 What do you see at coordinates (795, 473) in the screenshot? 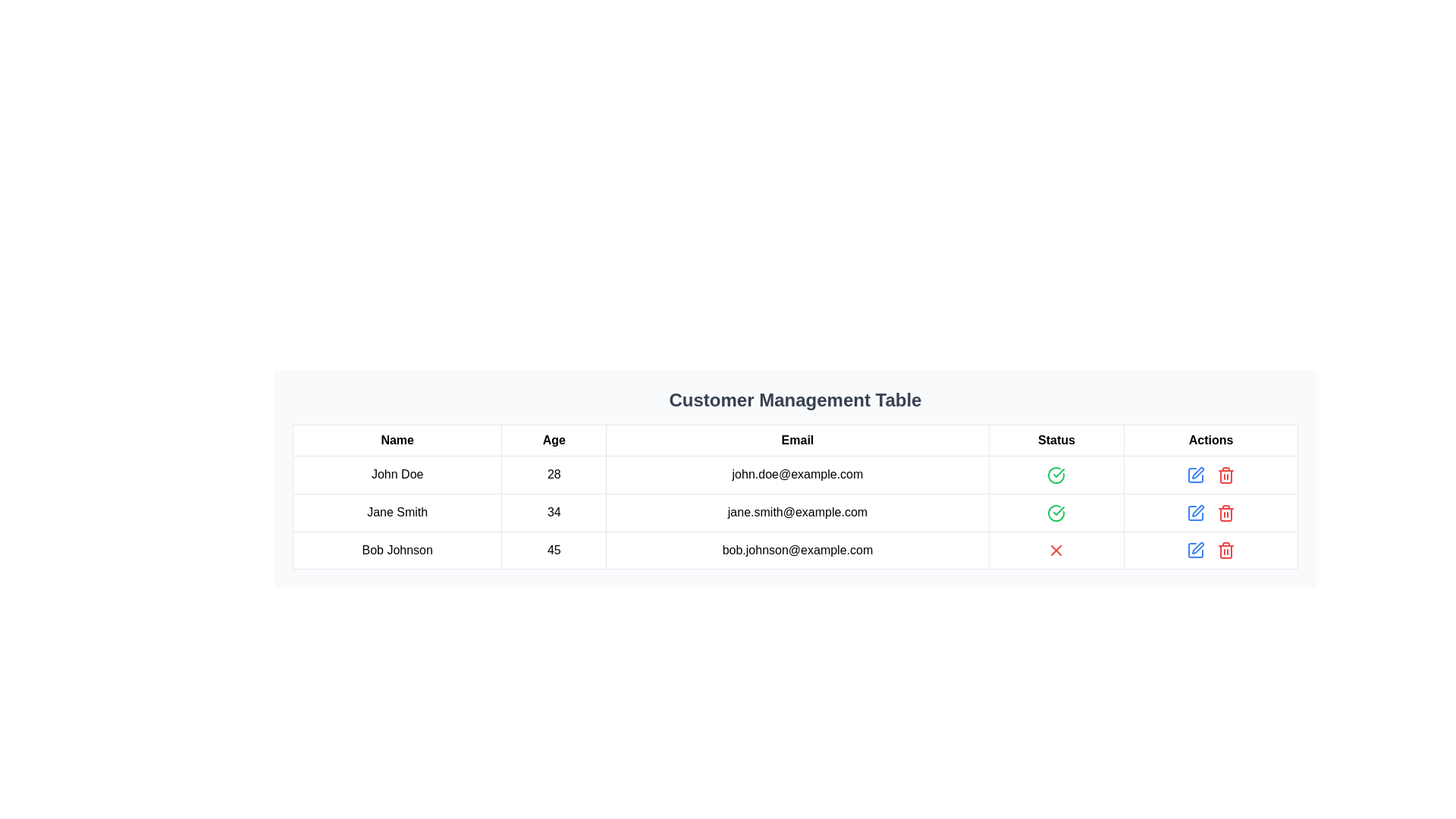
I see `the first row of the table containing 'John Doe', '28', 'john.doe@example.com', and a green checkmark` at bounding box center [795, 473].